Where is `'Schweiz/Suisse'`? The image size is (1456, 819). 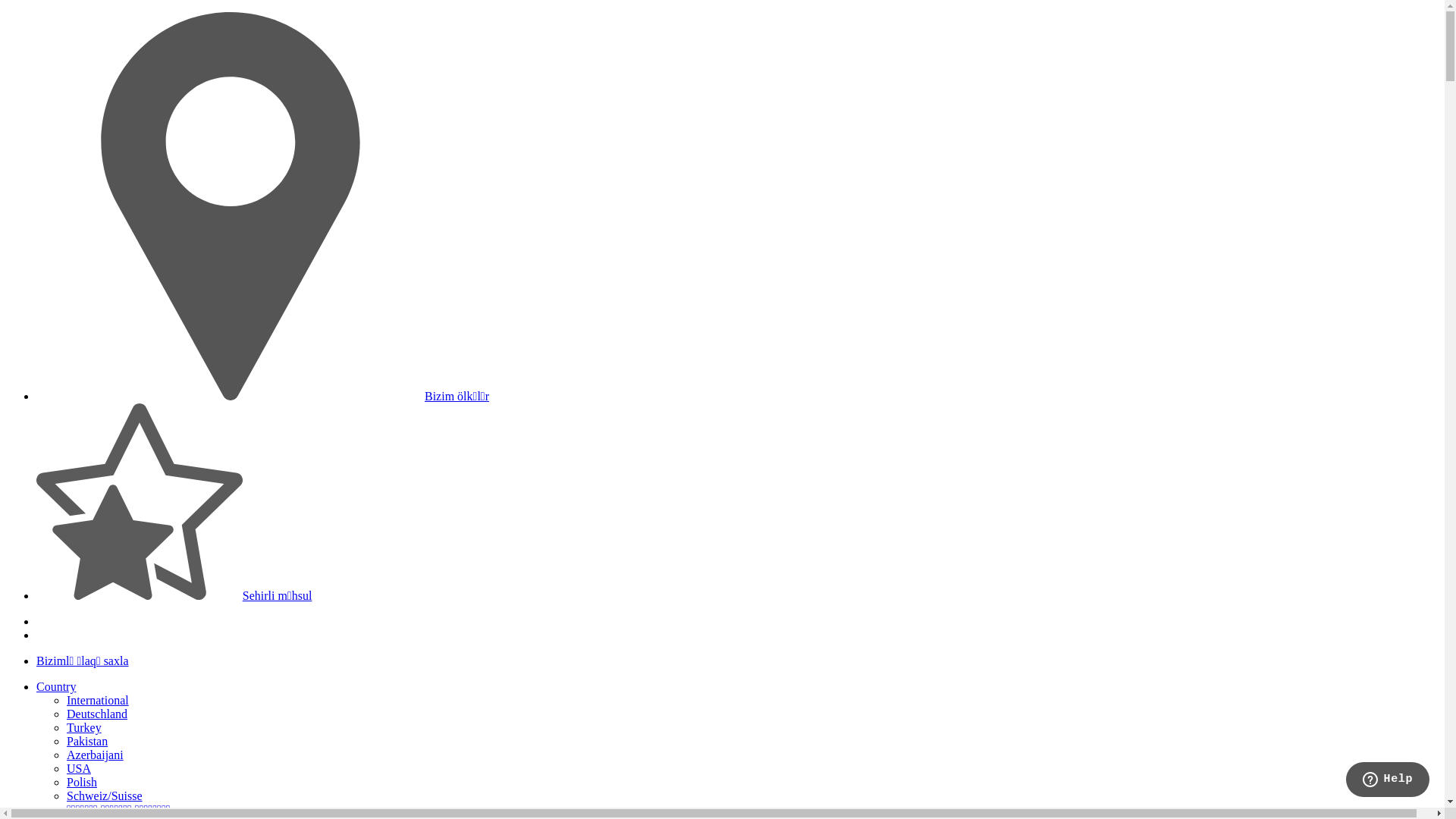 'Schweiz/Suisse' is located at coordinates (104, 795).